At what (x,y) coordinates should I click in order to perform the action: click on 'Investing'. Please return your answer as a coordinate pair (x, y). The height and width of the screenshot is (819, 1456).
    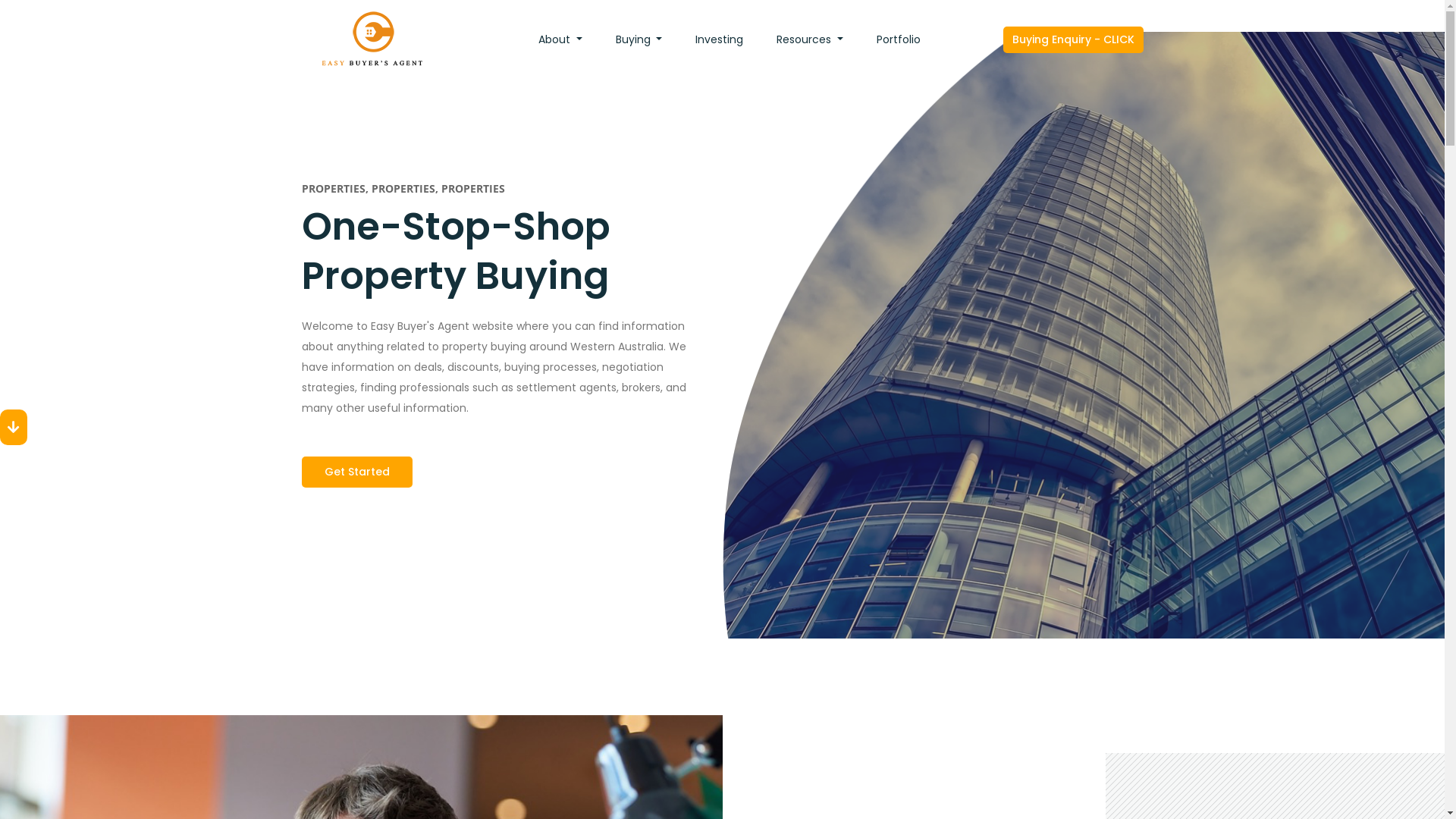
    Looking at the image, I should click on (718, 39).